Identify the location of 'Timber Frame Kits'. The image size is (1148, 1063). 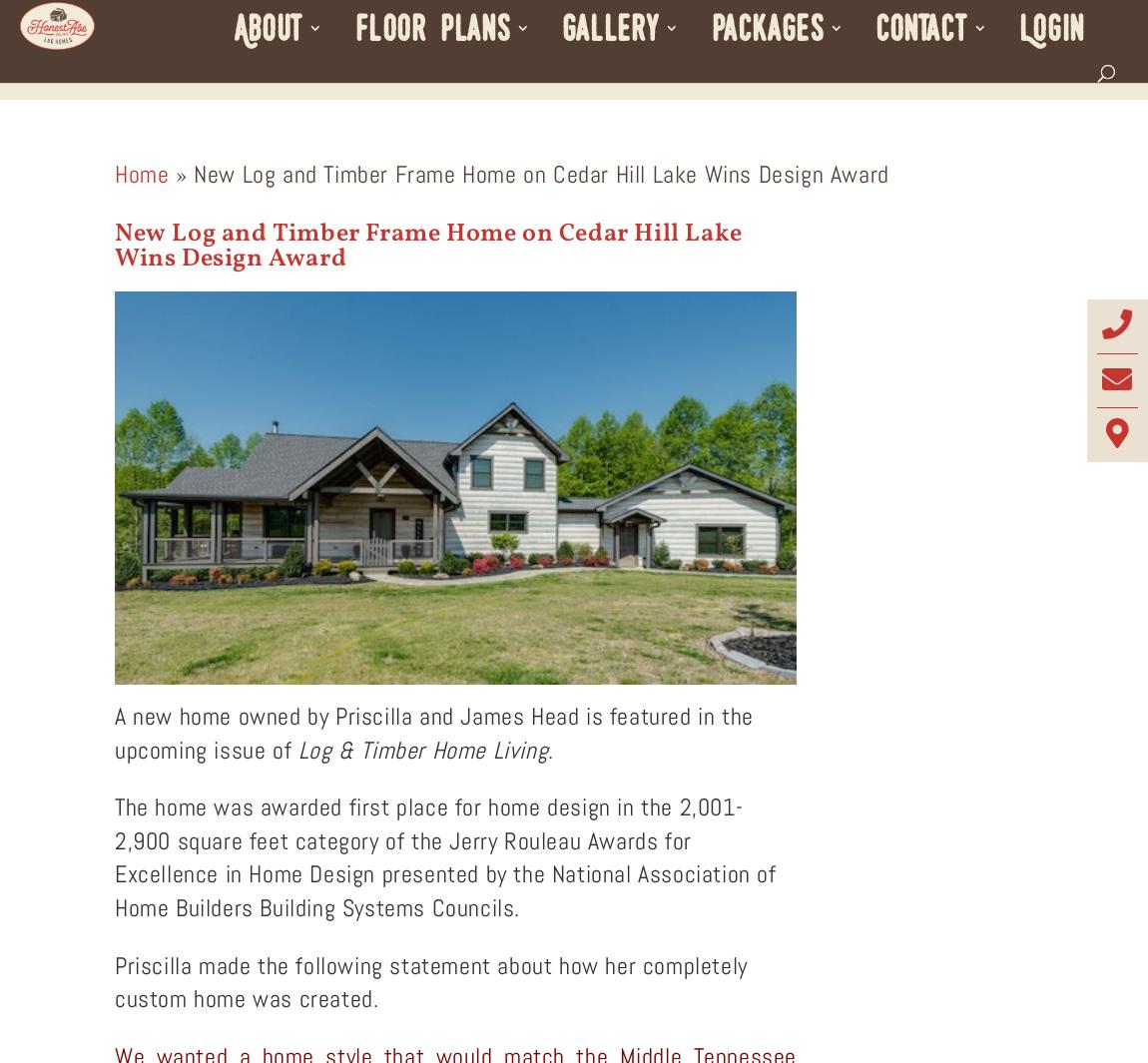
(814, 127).